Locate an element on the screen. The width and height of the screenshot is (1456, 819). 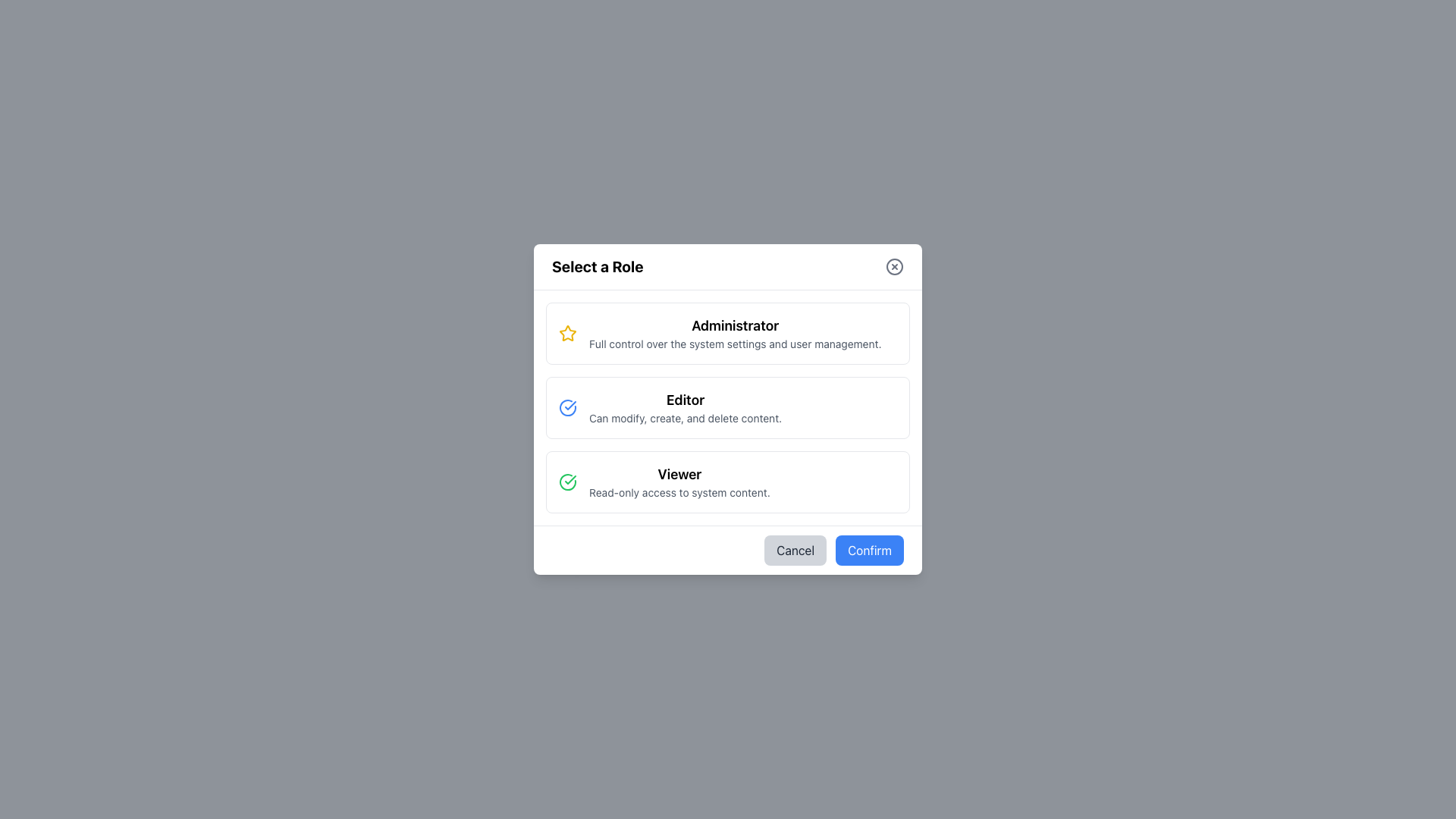
the 'Editor' selectable card element, which is the second card in a vertical list of three options within a centered modal dialog box is located at coordinates (728, 409).